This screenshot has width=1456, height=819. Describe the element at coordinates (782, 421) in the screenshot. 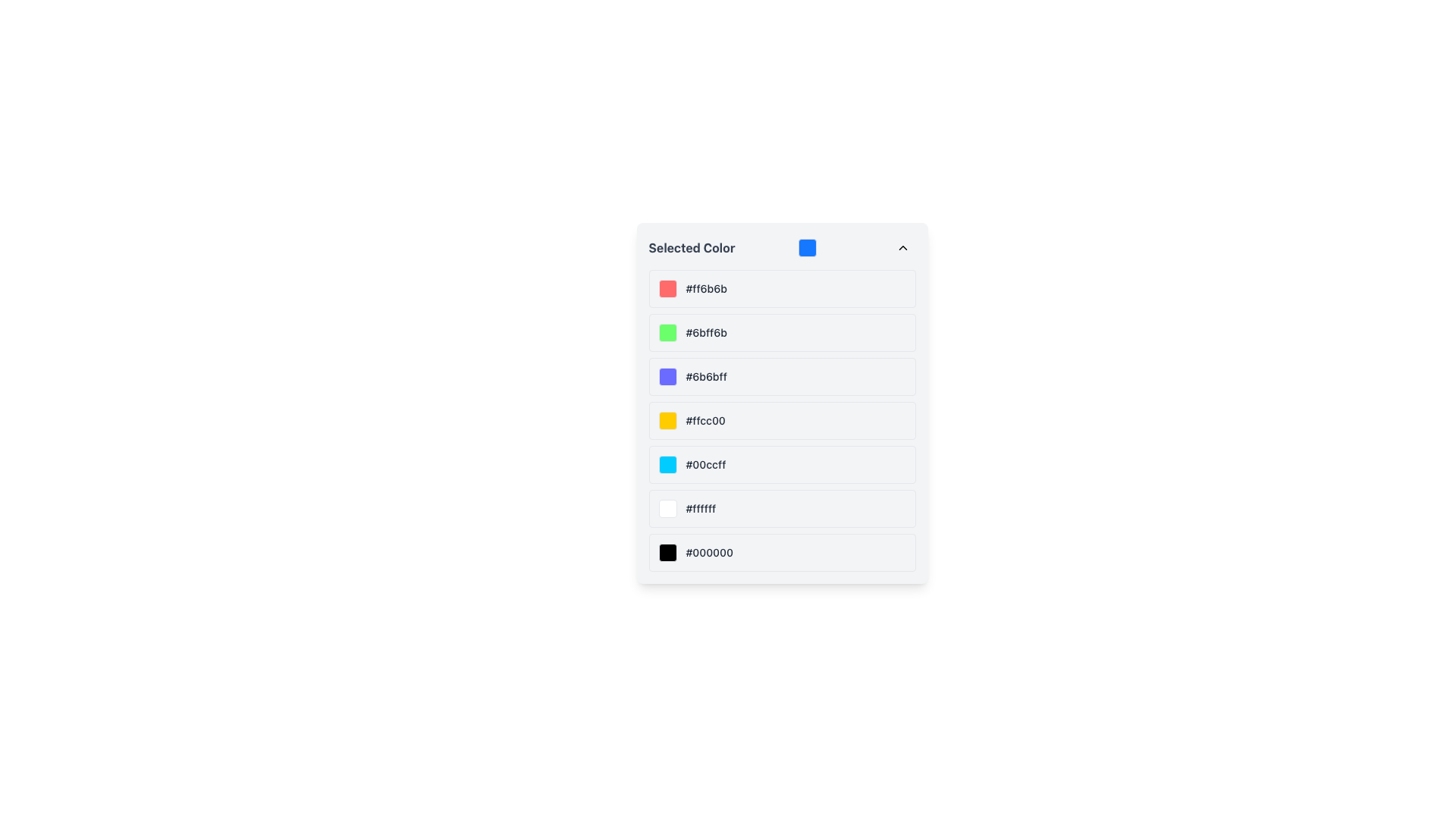

I see `to select the fourth color option in the list, which displays the color block and hexadecimal code, located between '#6b6bff' and '#00ccff'` at that location.